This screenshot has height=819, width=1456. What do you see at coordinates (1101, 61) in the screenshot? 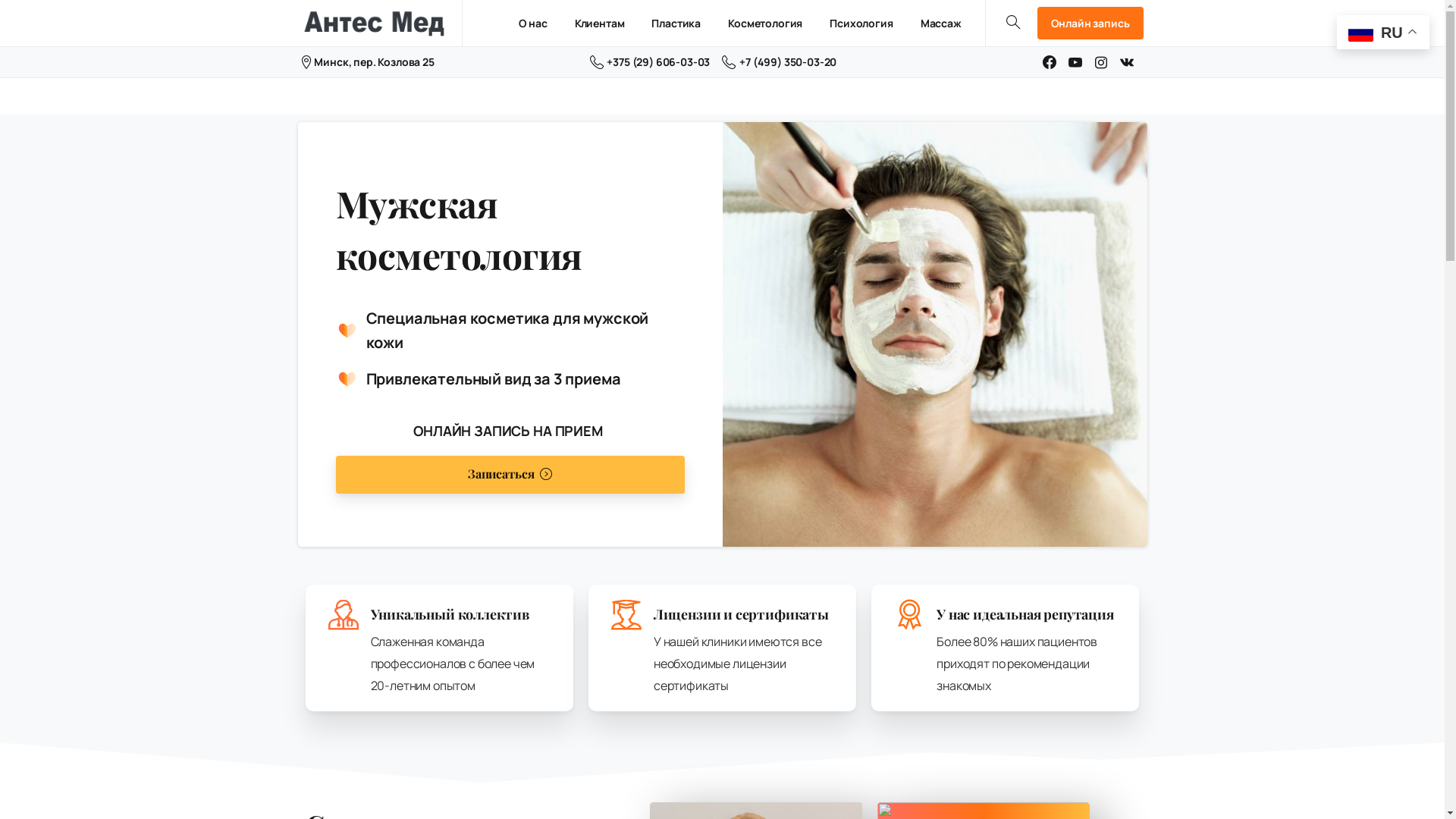
I see `'instagram'` at bounding box center [1101, 61].